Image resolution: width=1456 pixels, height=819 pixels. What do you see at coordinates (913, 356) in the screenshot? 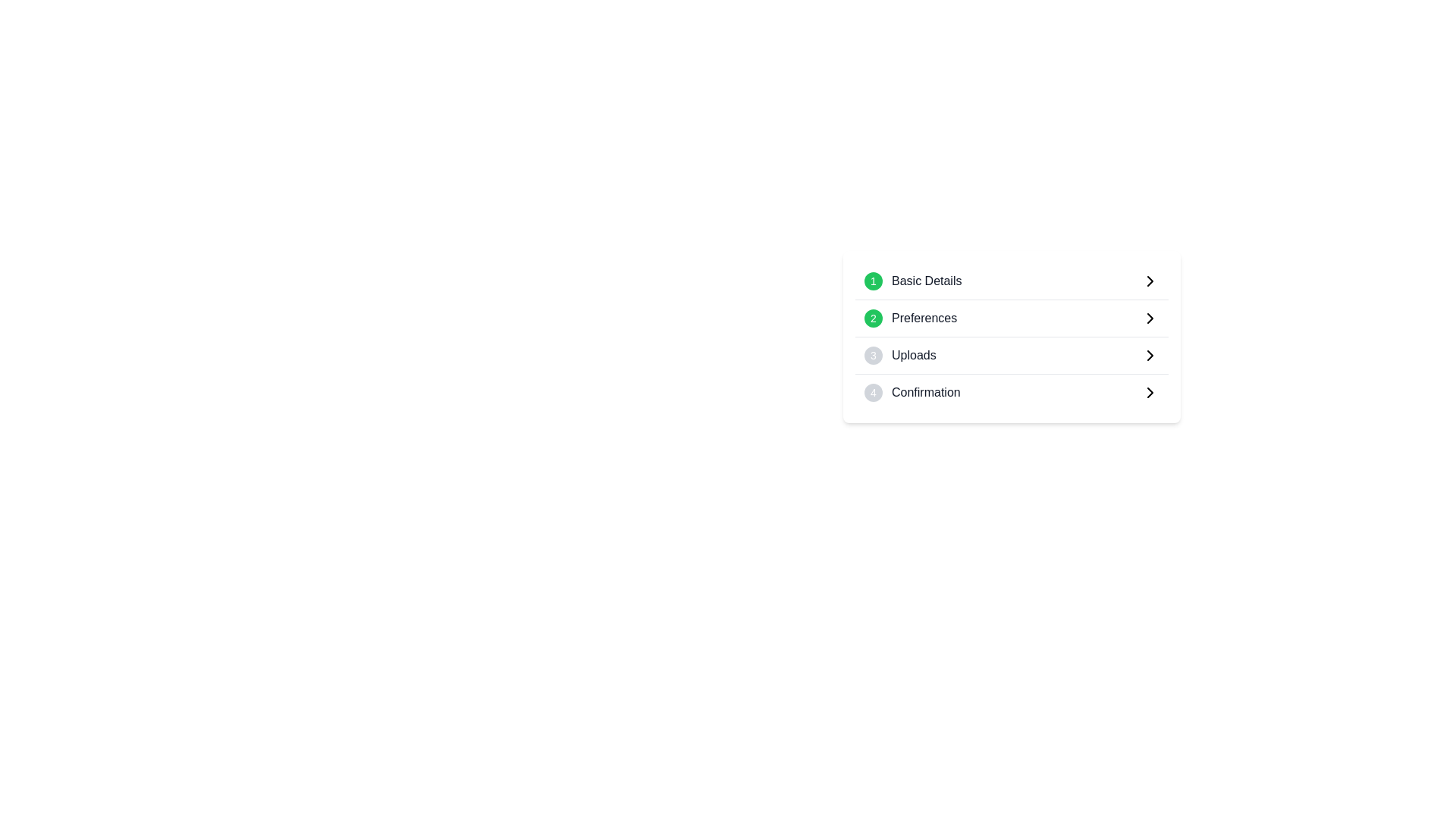
I see `'Uploads' label, which is part of the third item in a vertical list, located to the right of a circular icon with the number '3'` at bounding box center [913, 356].